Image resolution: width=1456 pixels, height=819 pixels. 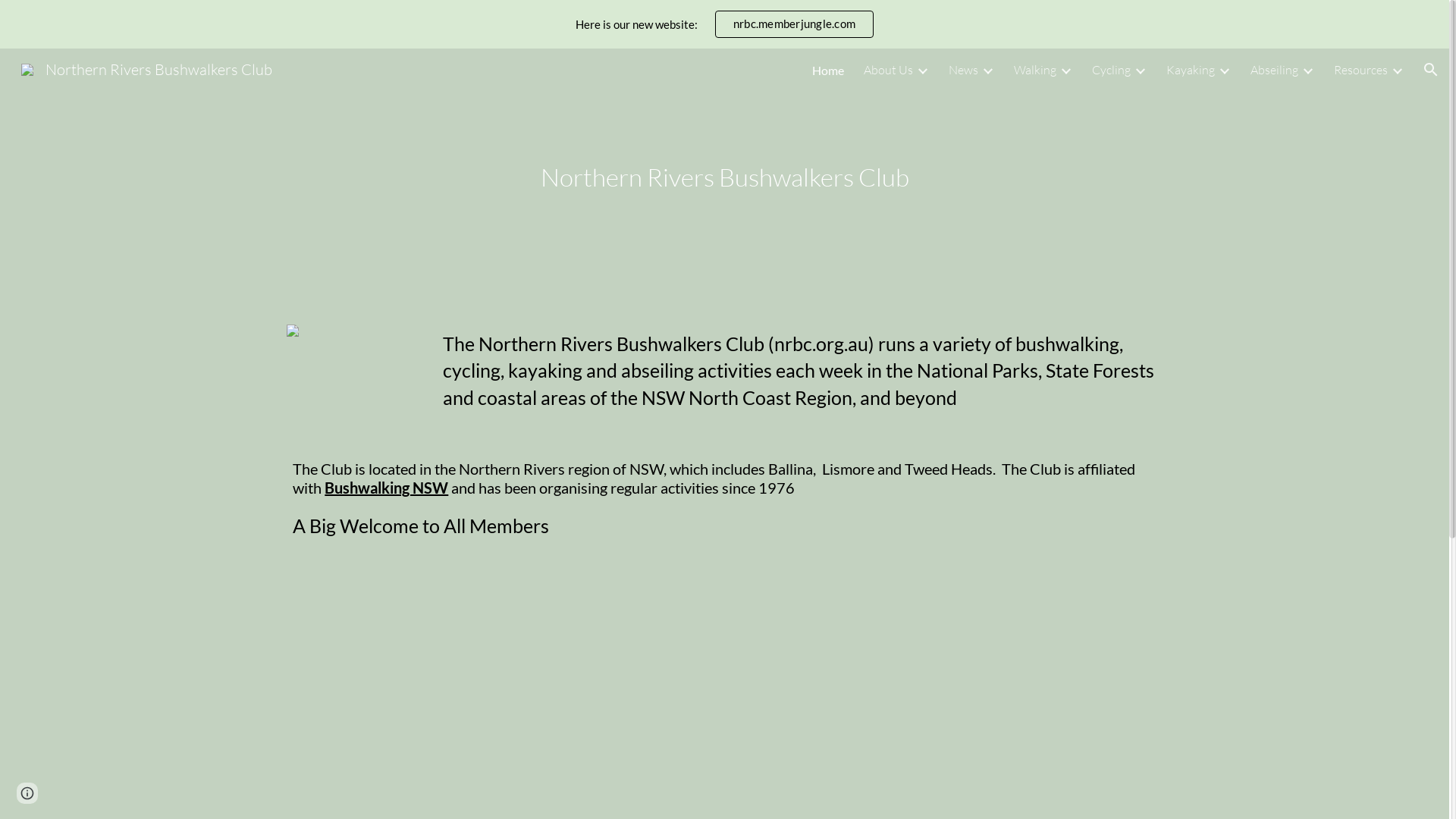 I want to click on 'Bushwalking NSW', so click(x=323, y=488).